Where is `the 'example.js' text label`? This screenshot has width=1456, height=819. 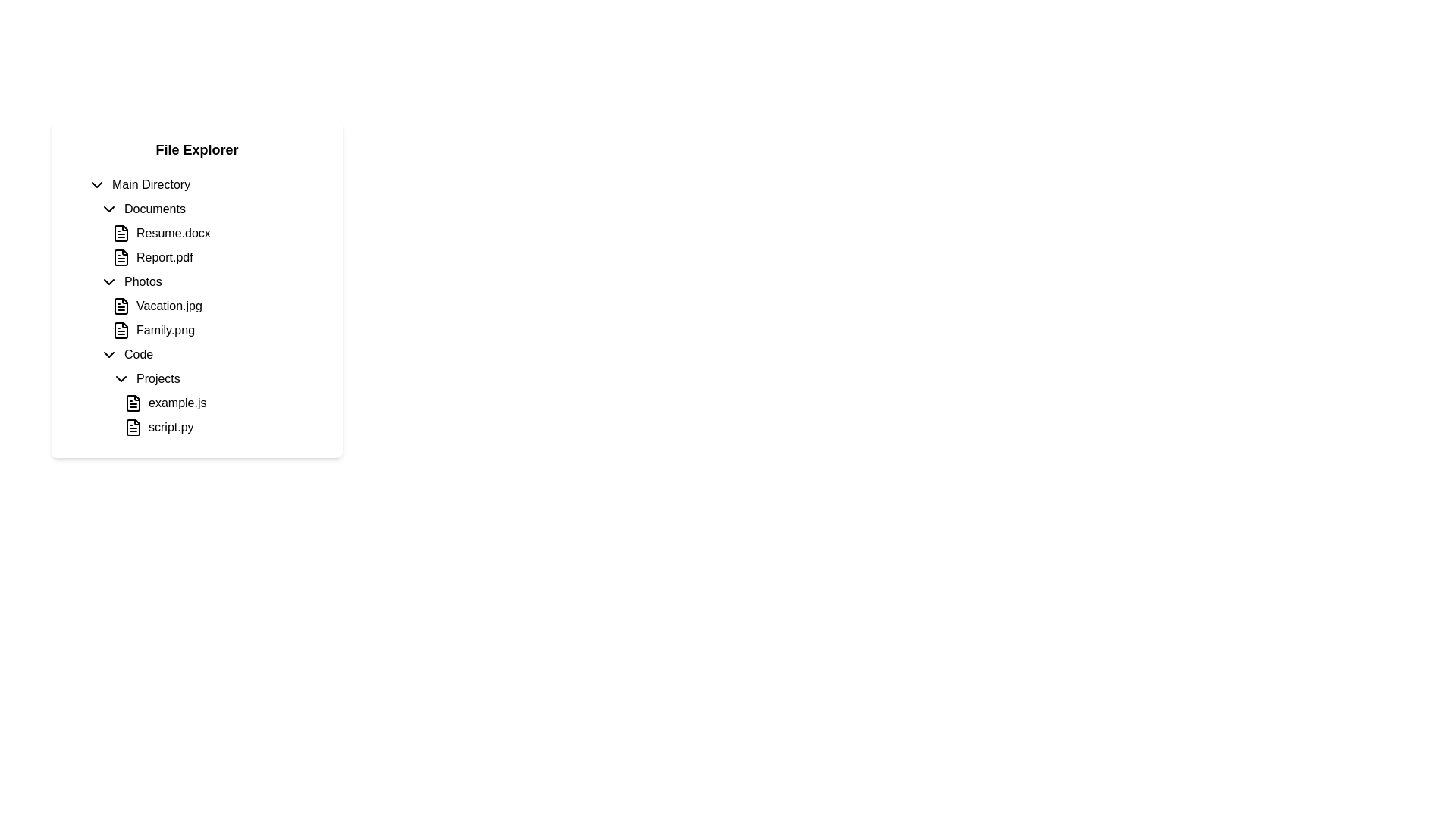
the 'example.js' text label is located at coordinates (177, 403).